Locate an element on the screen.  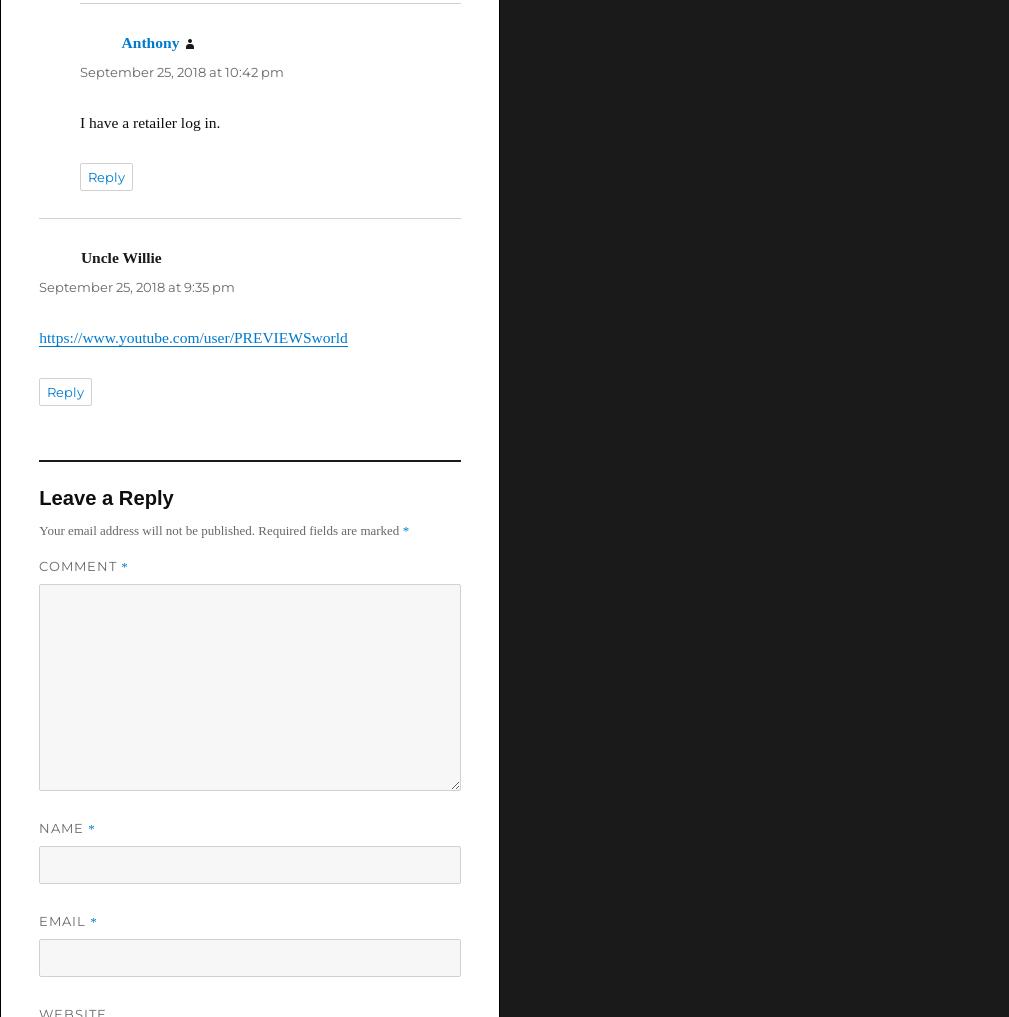
'Email' is located at coordinates (63, 919).